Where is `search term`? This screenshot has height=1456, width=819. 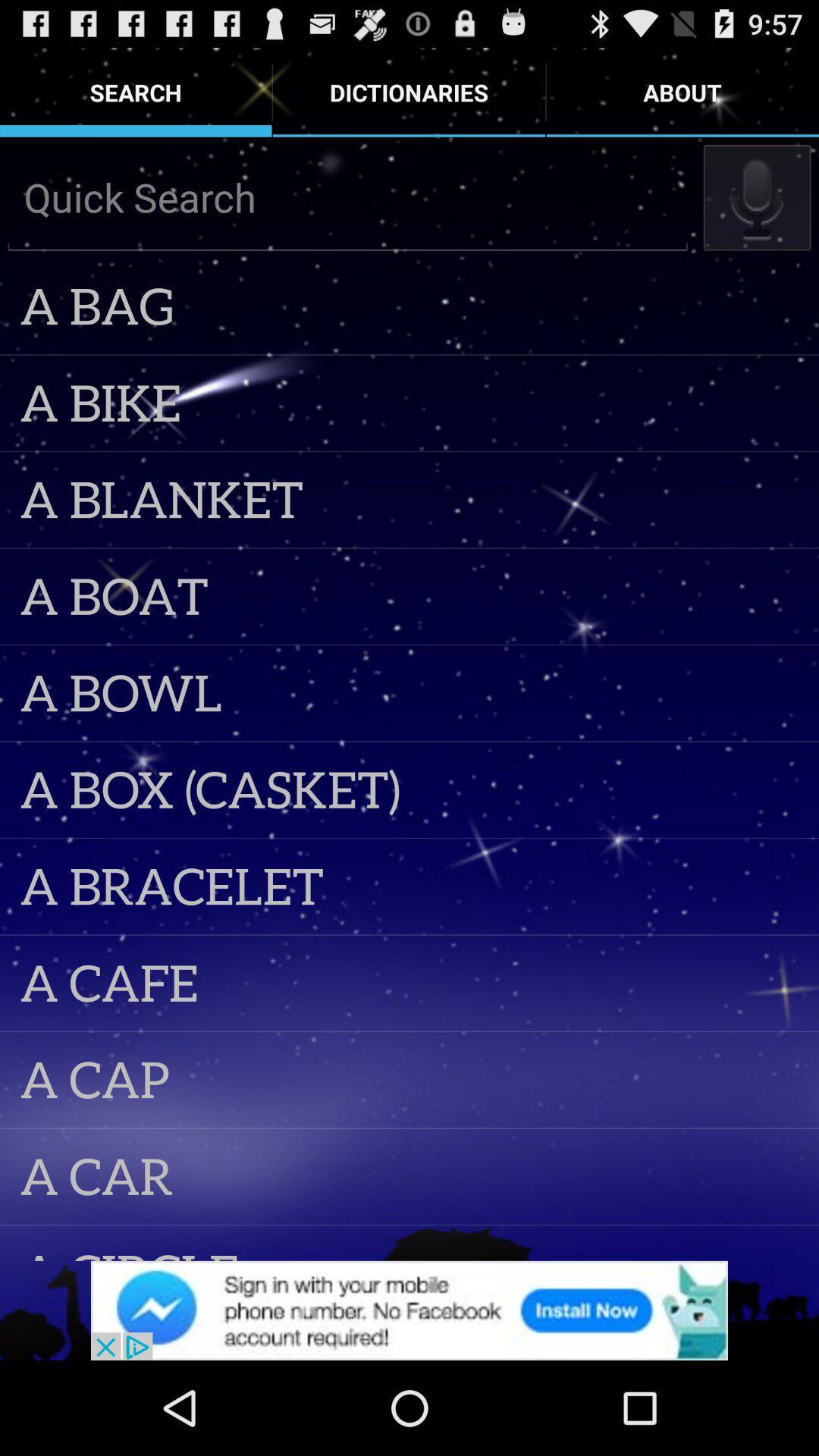 search term is located at coordinates (347, 196).